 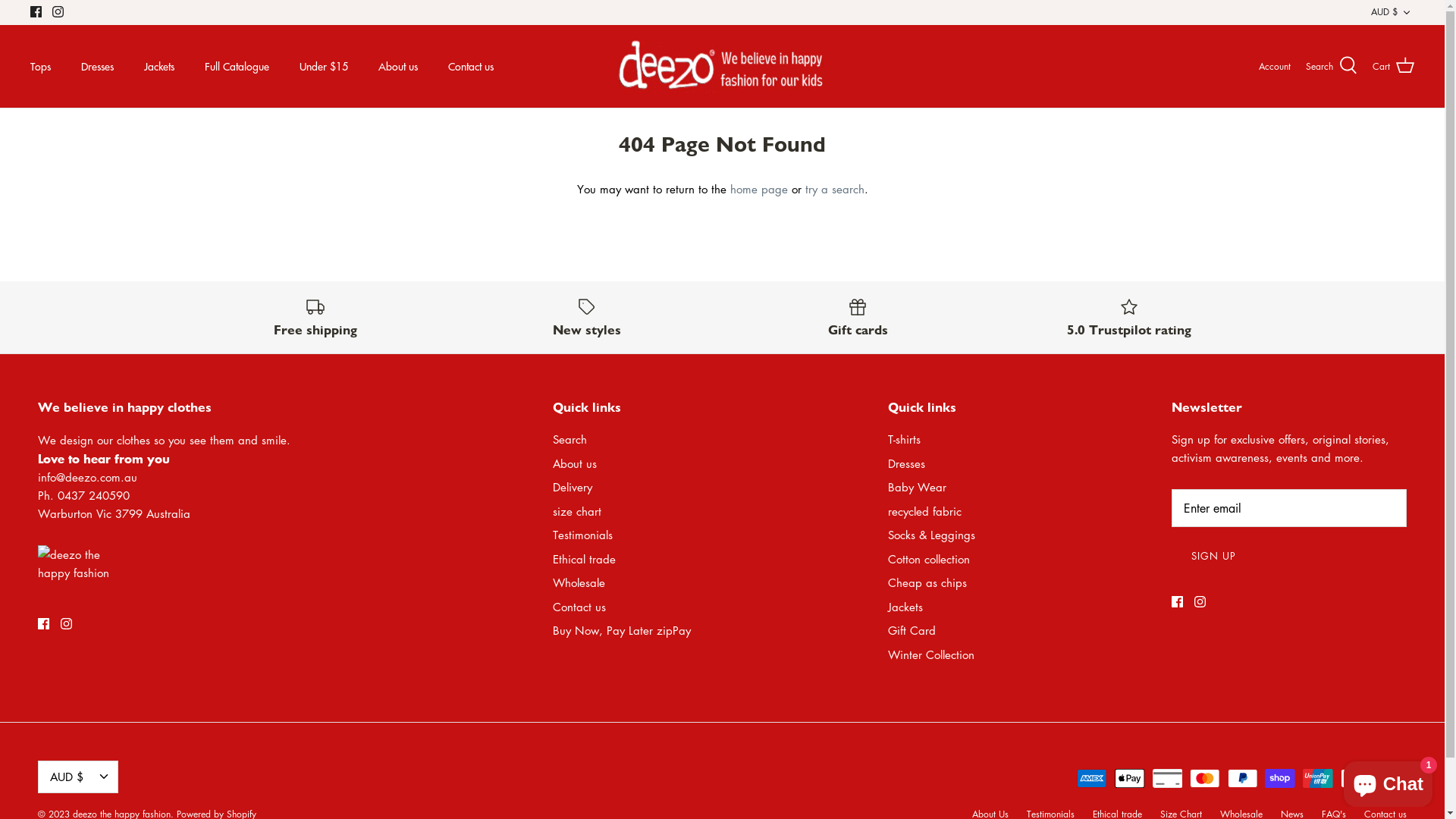 What do you see at coordinates (1388, 780) in the screenshot?
I see `'Shopify online store chat'` at bounding box center [1388, 780].